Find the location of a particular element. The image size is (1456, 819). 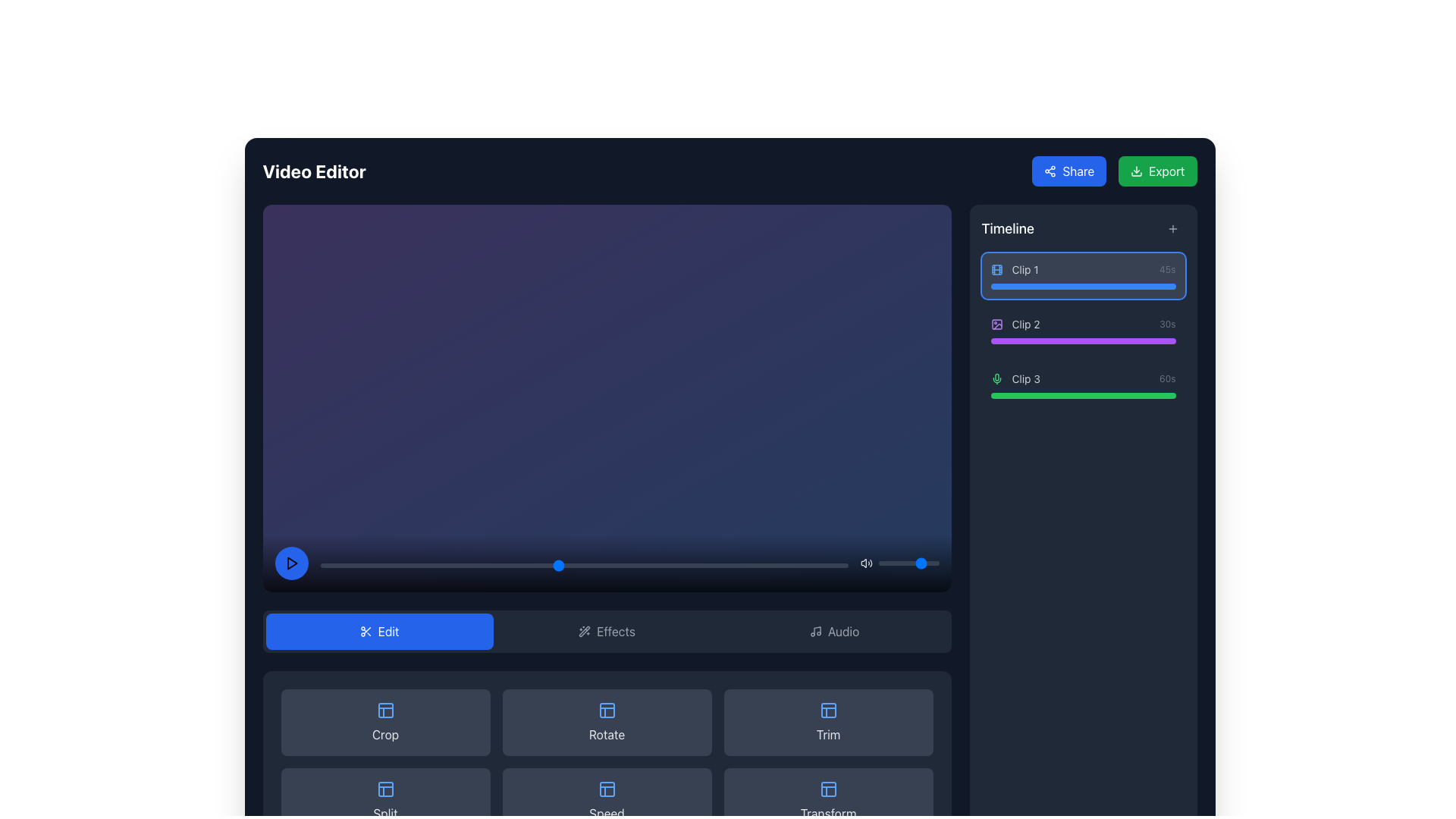

the 'share' action icon, which is depicted in white on a blue button background, located in the upper-right corner of the interface next to a green 'Export' button is located at coordinates (1050, 171).